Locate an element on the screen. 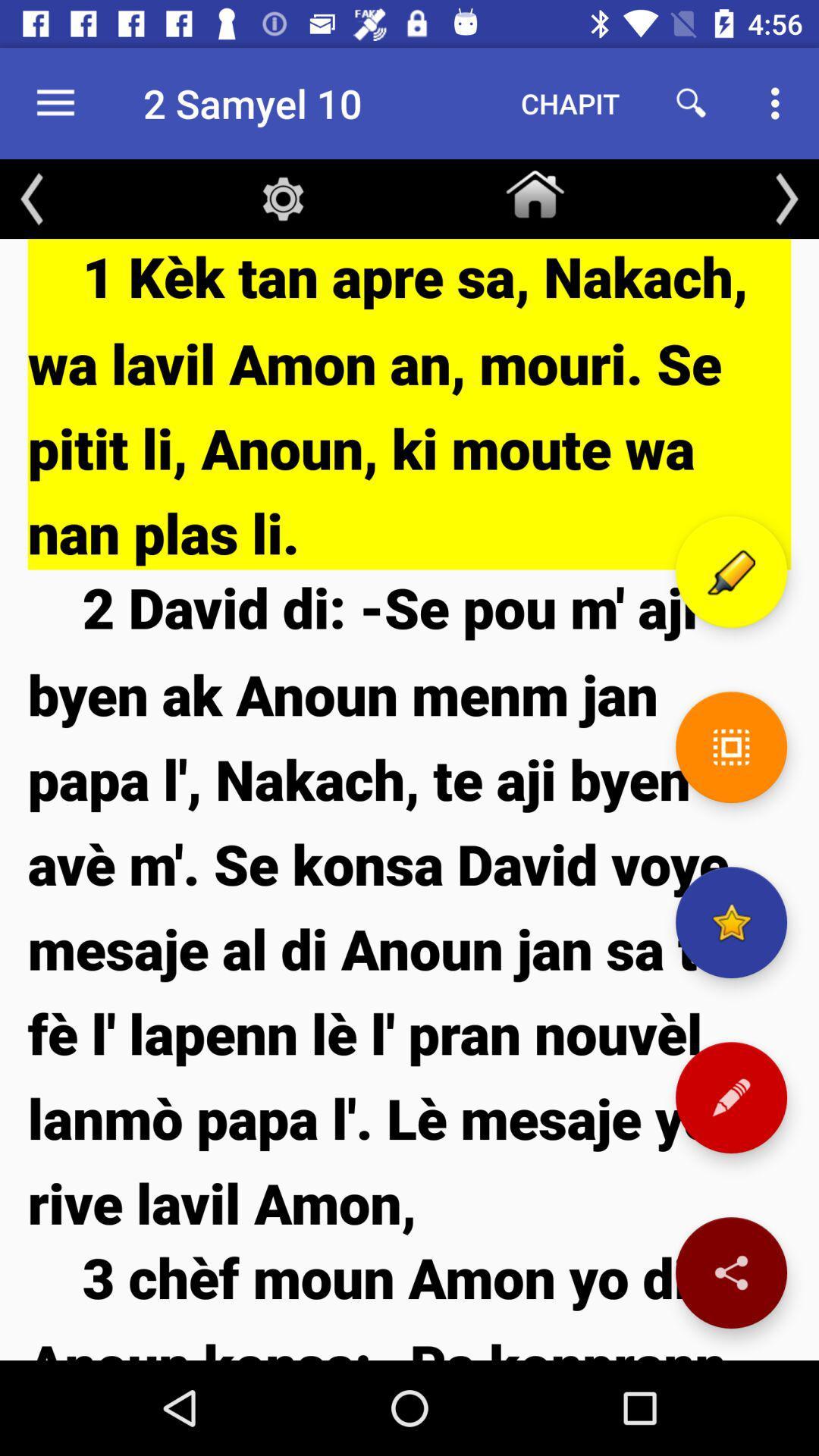 This screenshot has width=819, height=1456. the settings icon is located at coordinates (283, 198).